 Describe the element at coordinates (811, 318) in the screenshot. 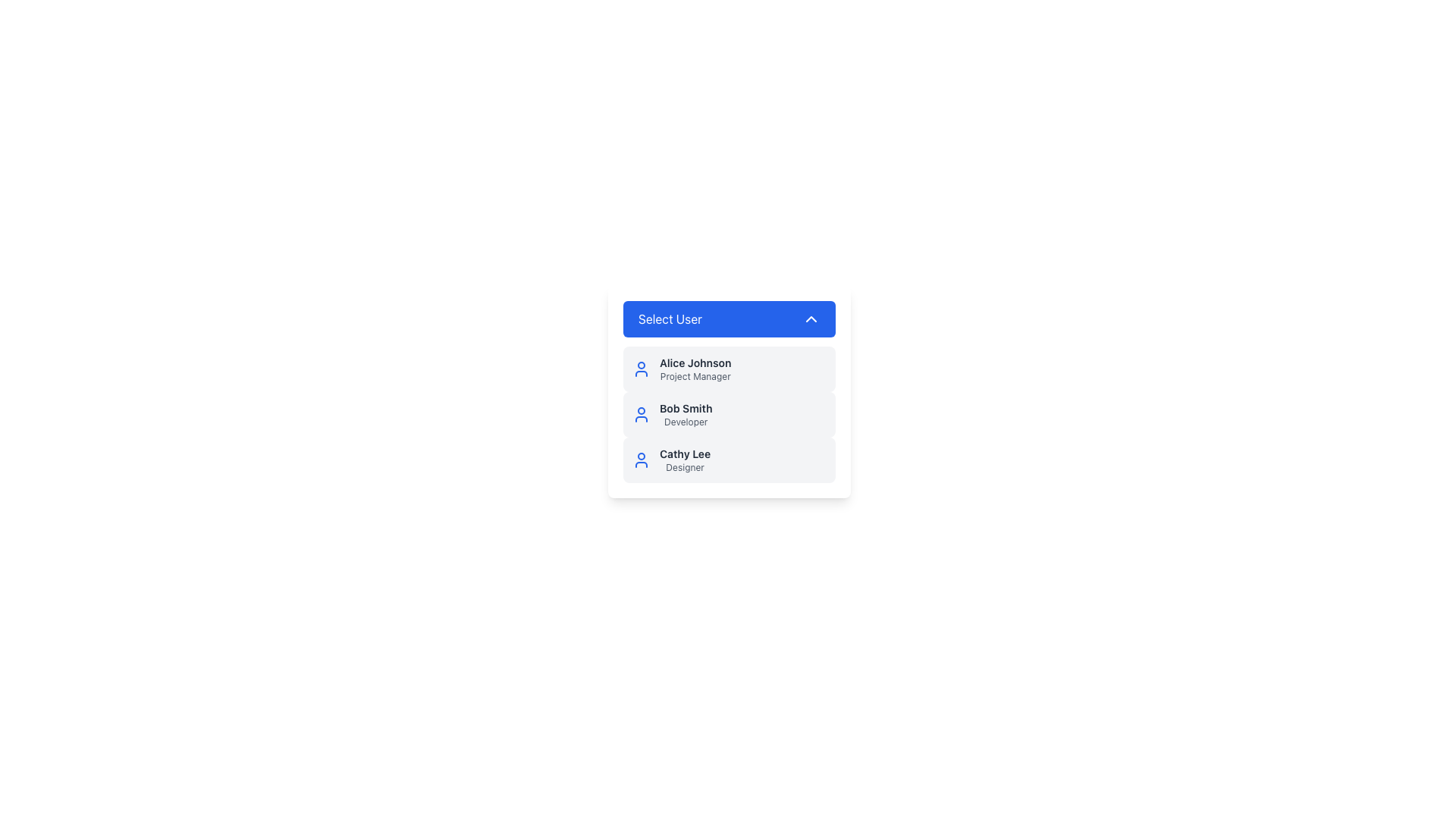

I see `the upward-pointing chevron icon with a blue background and white stroke located in the top-right corner of the 'Select User' dropdown menu` at that location.